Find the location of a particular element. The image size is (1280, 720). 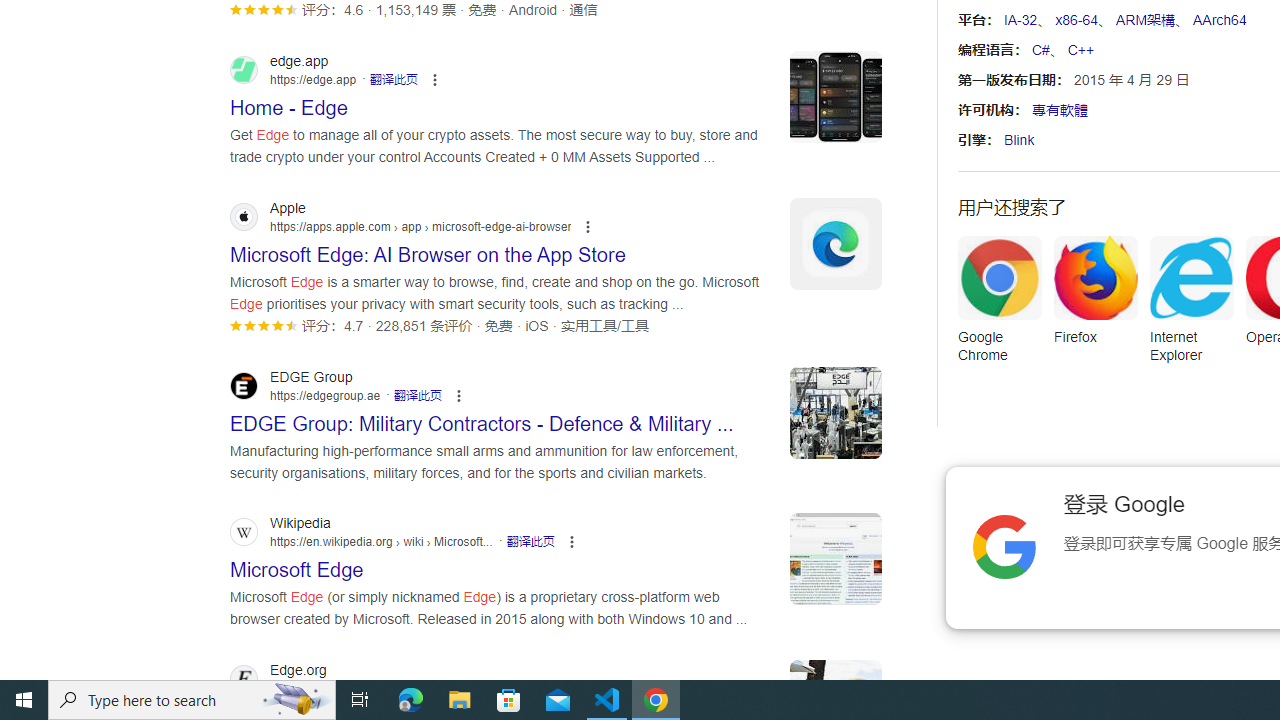

'C++' is located at coordinates (1079, 49).